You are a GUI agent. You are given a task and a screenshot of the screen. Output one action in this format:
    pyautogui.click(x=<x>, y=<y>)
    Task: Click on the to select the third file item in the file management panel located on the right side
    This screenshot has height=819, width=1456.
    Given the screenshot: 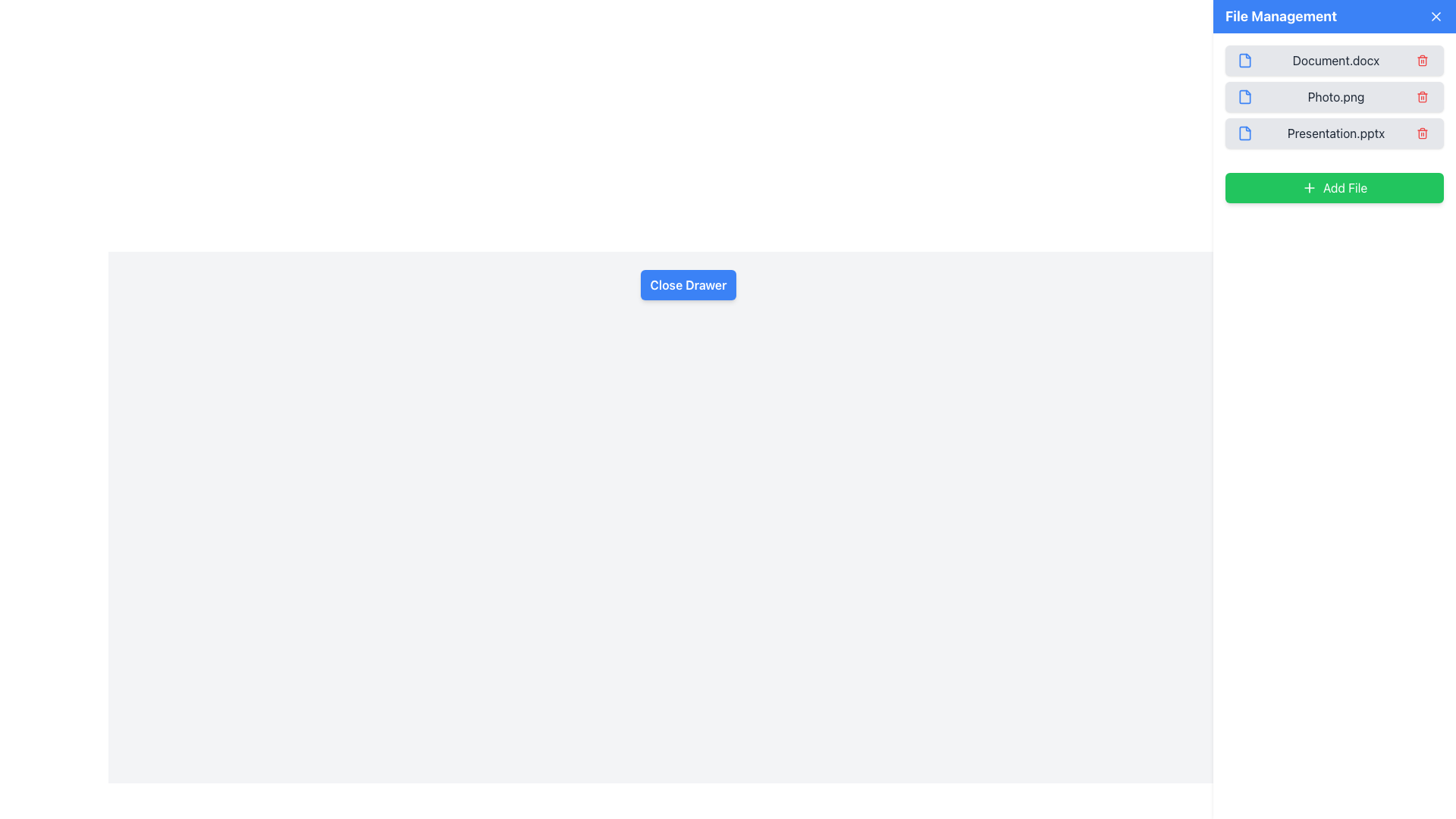 What is the action you would take?
    pyautogui.click(x=1335, y=133)
    